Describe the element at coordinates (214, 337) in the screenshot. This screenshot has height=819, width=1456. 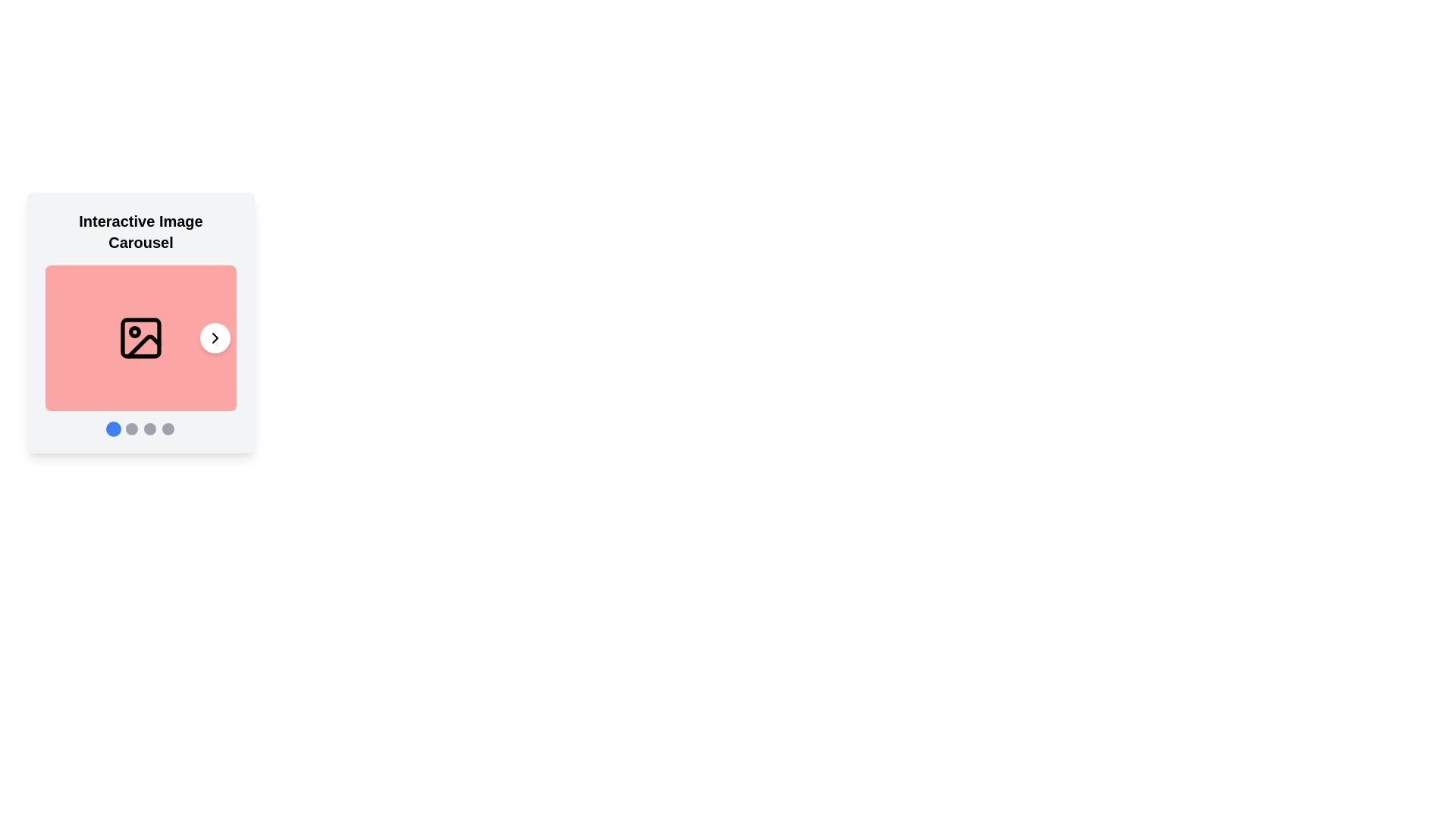
I see `the rightmost button of the carousel to change its background color` at that location.